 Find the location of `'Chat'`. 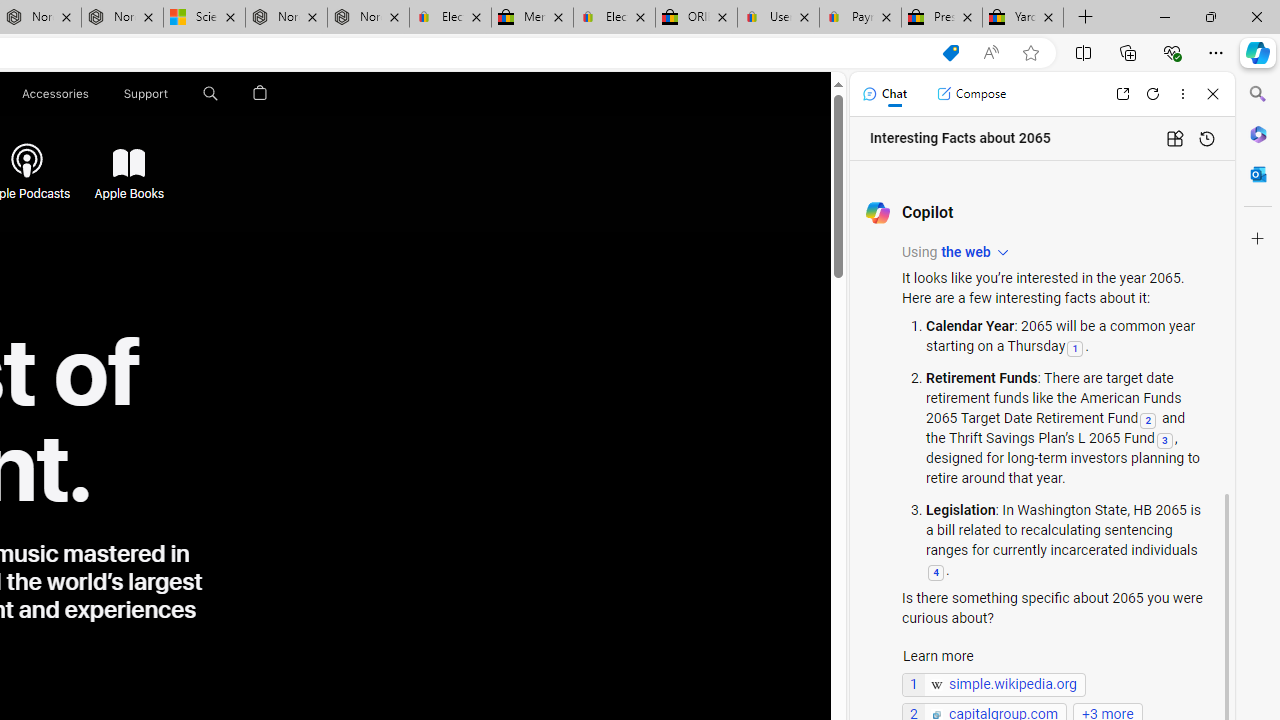

'Chat' is located at coordinates (883, 93).